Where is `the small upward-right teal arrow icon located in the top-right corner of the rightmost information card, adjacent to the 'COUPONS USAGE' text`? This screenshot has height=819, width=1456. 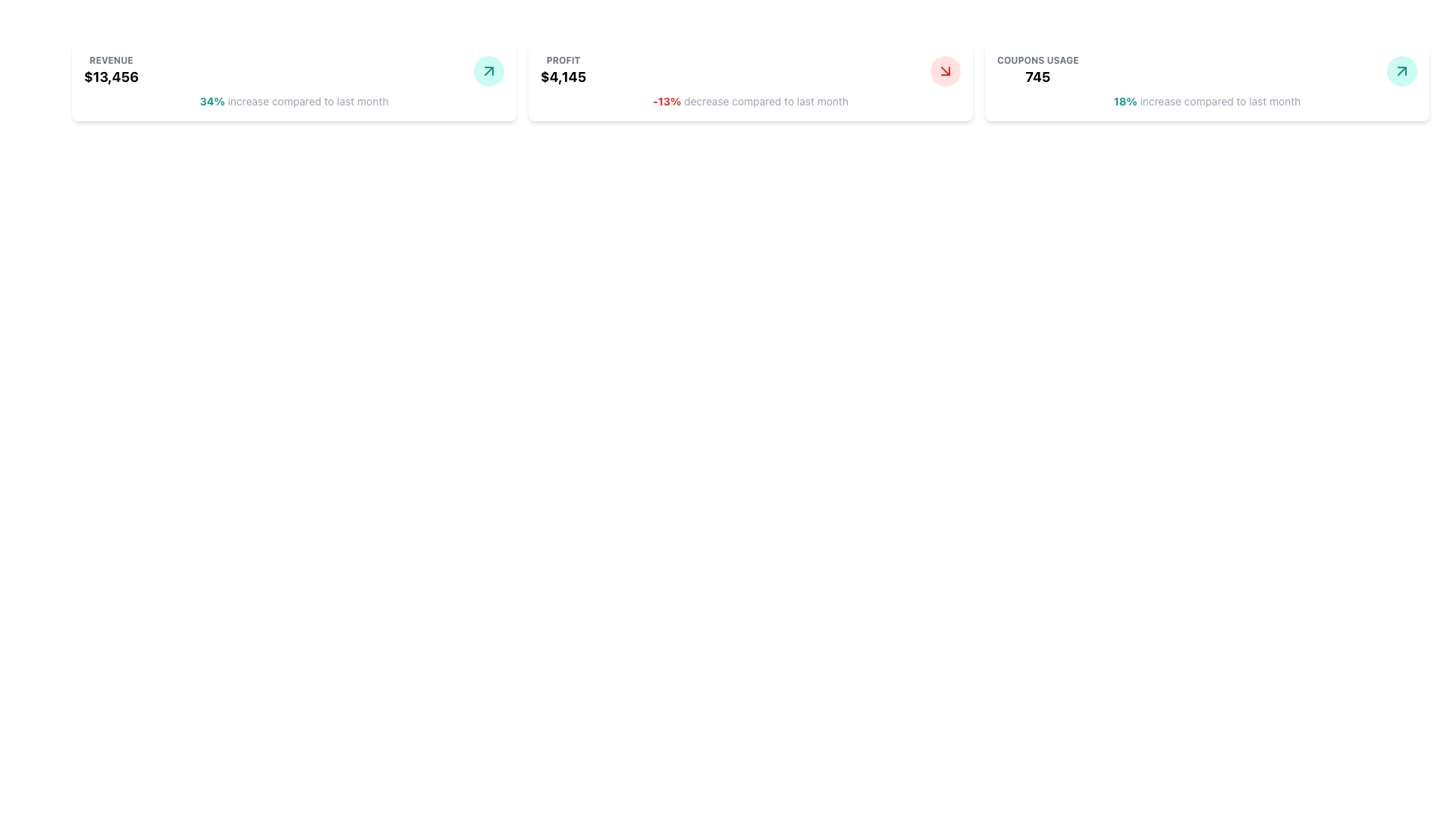
the small upward-right teal arrow icon located in the top-right corner of the rightmost information card, adjacent to the 'COUPONS USAGE' text is located at coordinates (1401, 71).